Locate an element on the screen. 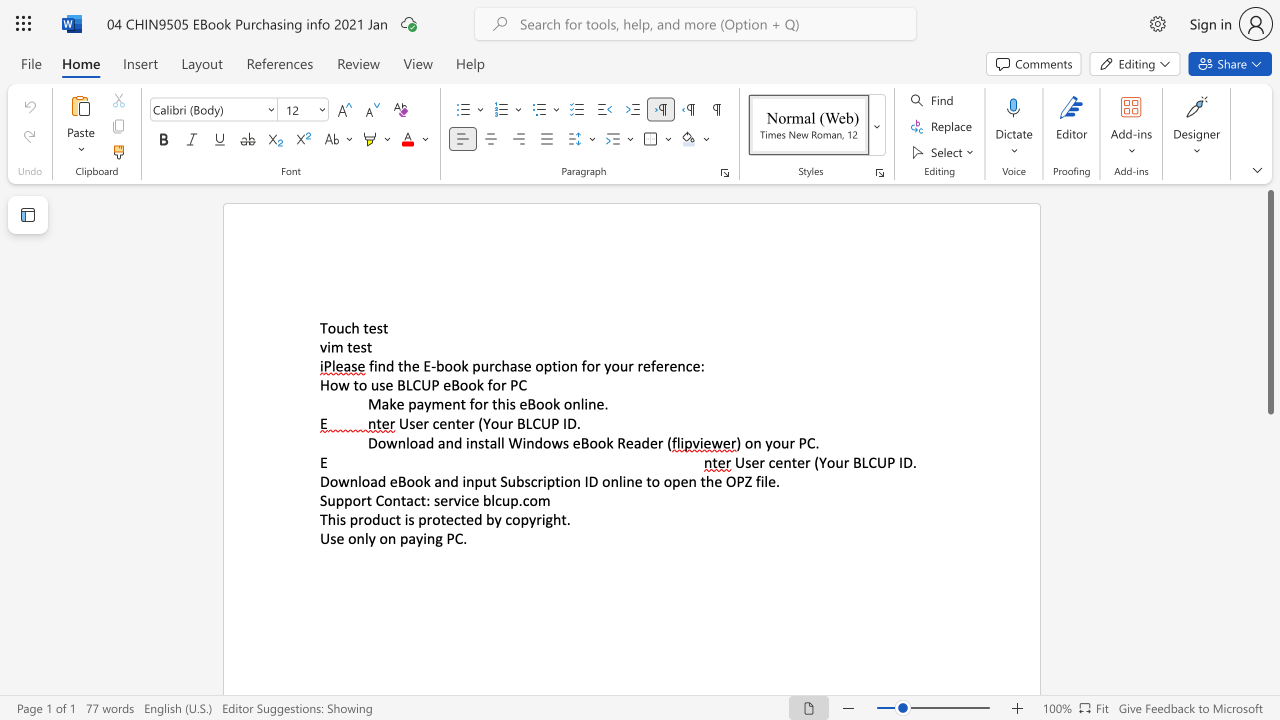 Image resolution: width=1280 pixels, height=720 pixels. the 1th character "P" in the text is located at coordinates (434, 385).